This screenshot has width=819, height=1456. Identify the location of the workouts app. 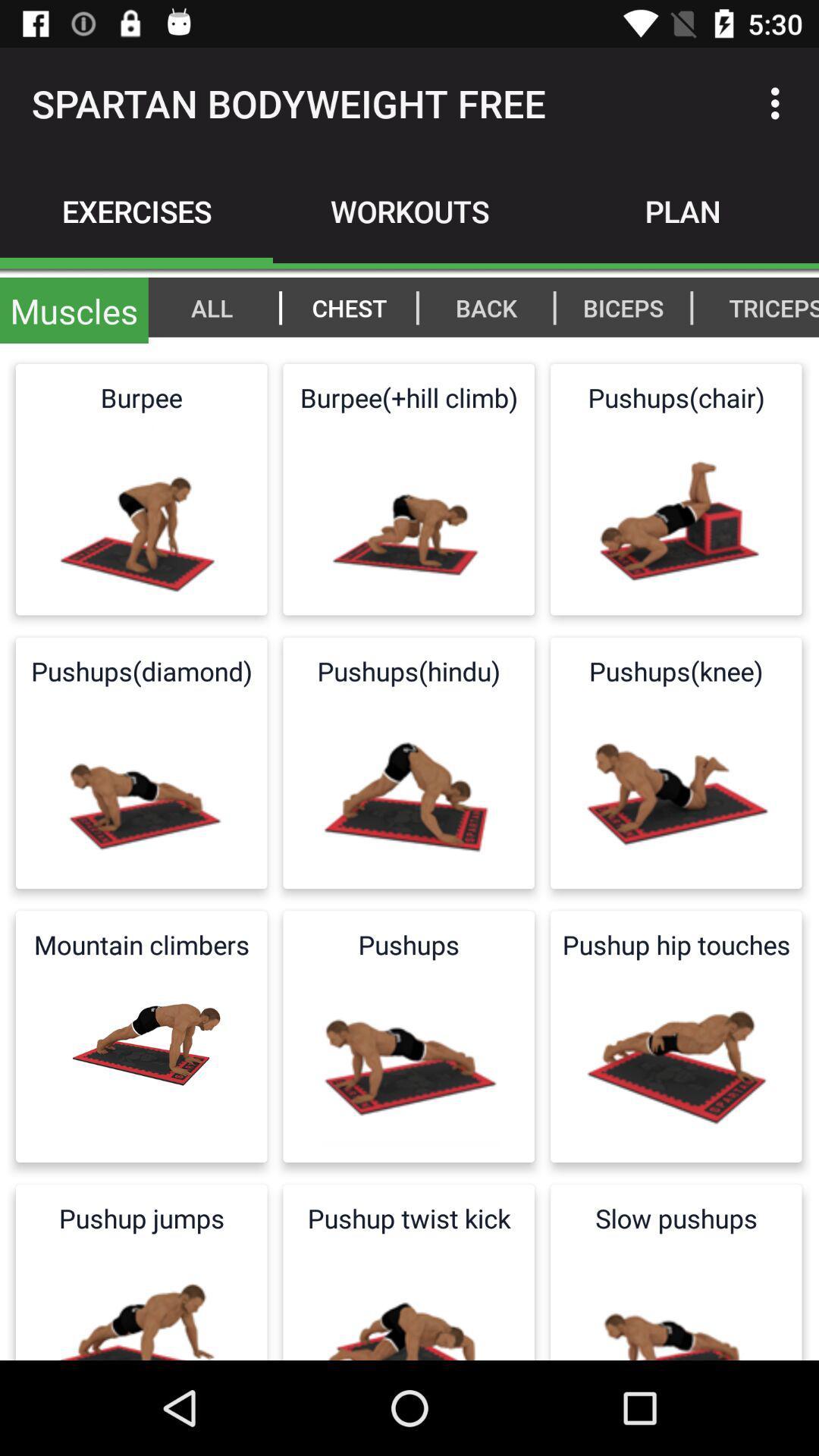
(409, 210).